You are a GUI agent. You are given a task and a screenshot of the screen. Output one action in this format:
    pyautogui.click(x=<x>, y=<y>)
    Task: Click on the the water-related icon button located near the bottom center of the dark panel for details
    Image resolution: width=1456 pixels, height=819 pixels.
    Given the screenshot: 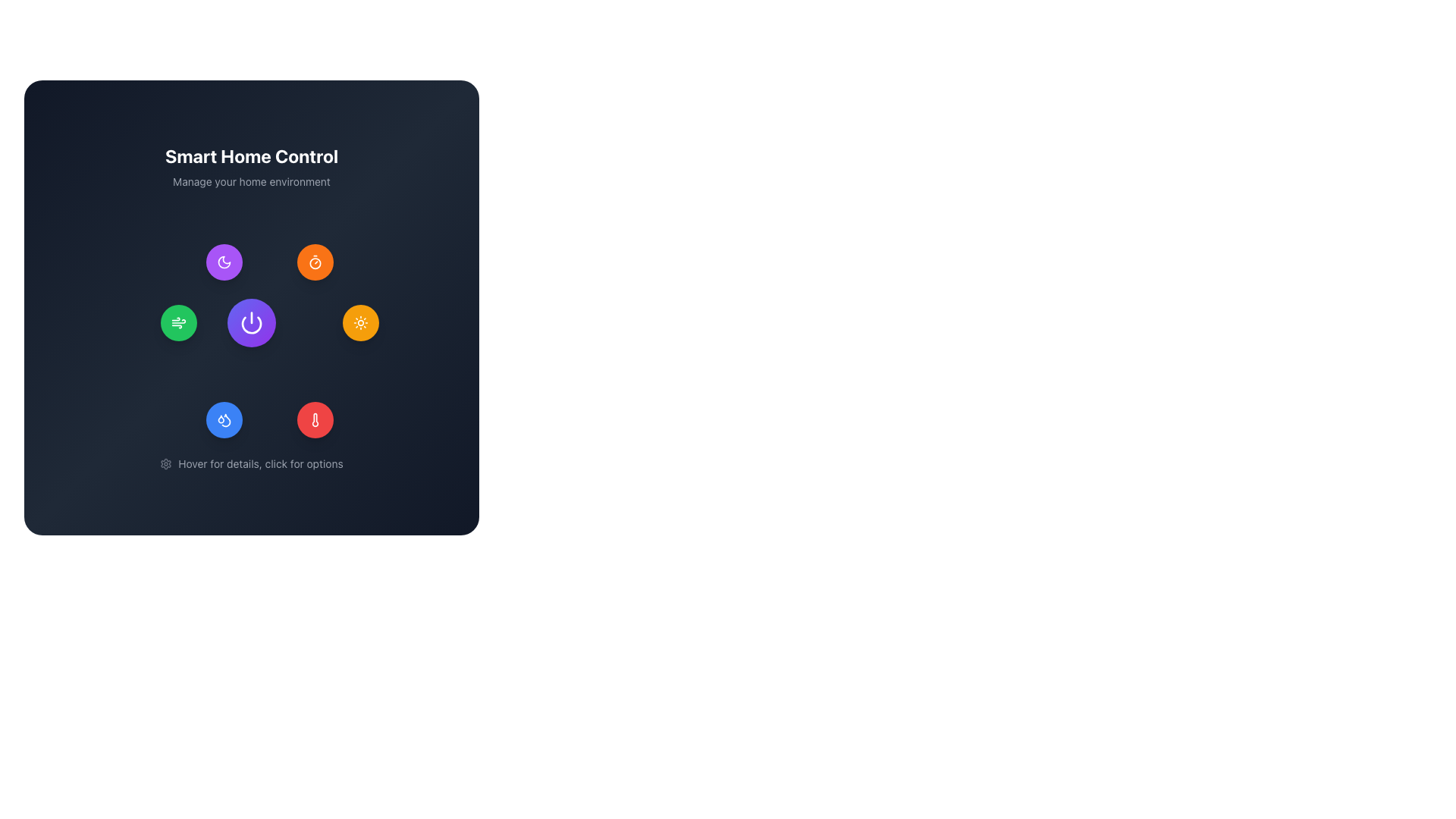 What is the action you would take?
    pyautogui.click(x=224, y=420)
    